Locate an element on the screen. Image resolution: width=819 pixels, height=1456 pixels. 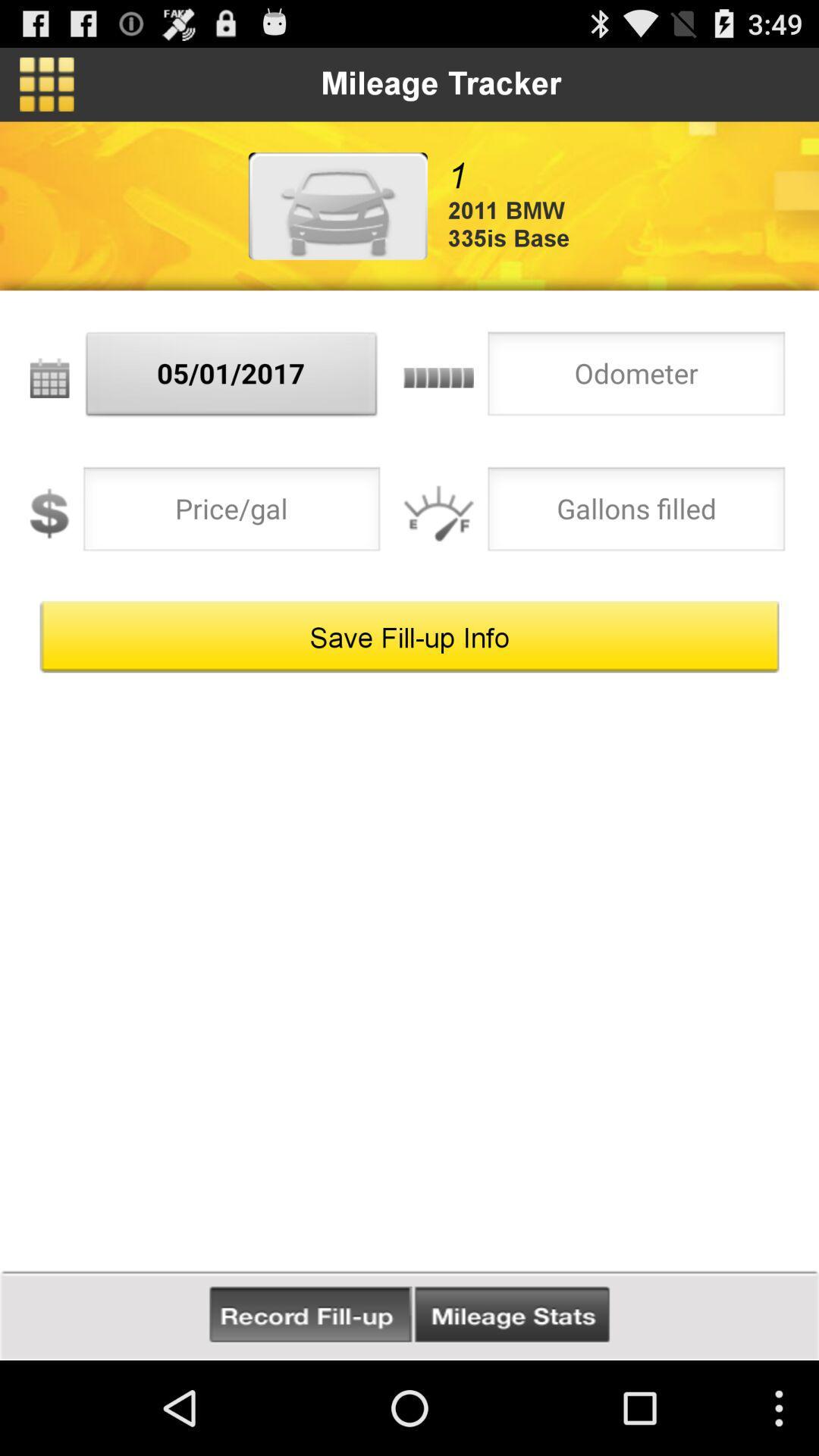
odometer is located at coordinates (636, 378).